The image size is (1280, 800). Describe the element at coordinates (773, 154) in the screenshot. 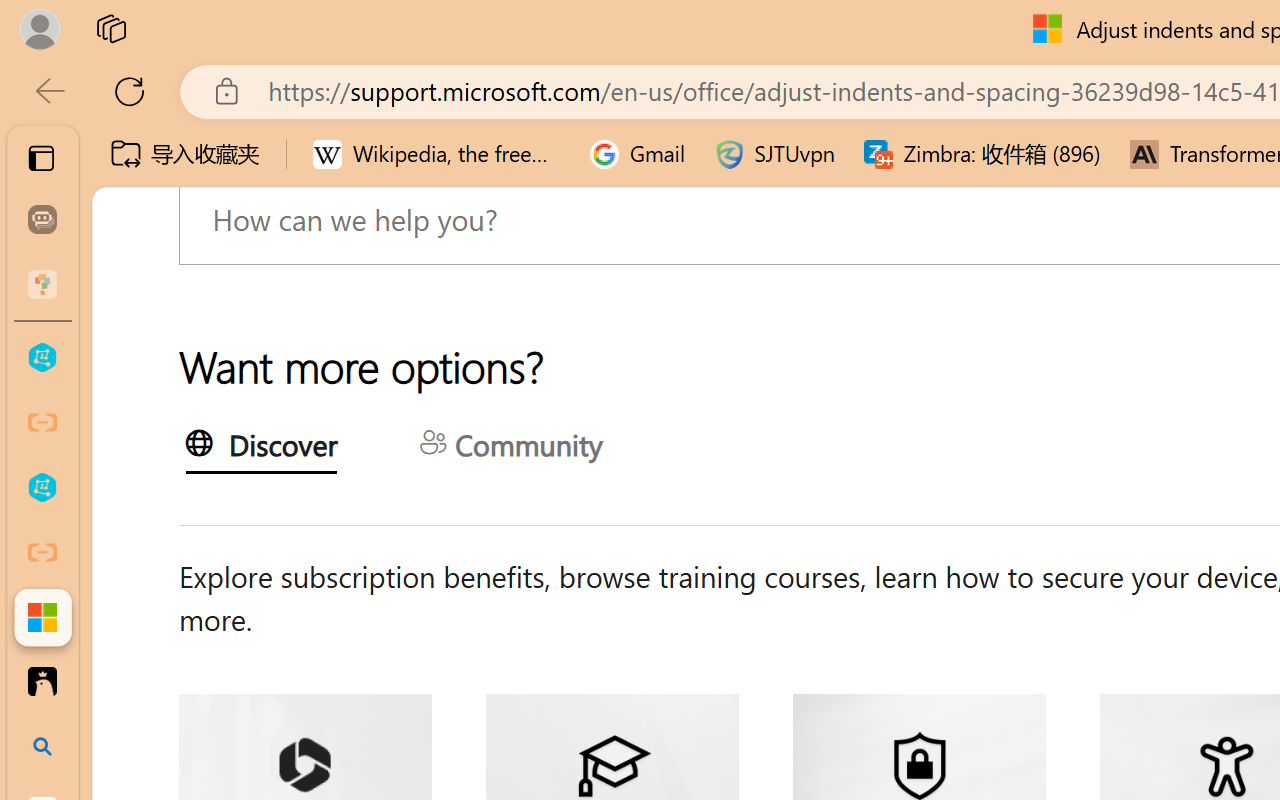

I see `'SJTUvpn'` at that location.